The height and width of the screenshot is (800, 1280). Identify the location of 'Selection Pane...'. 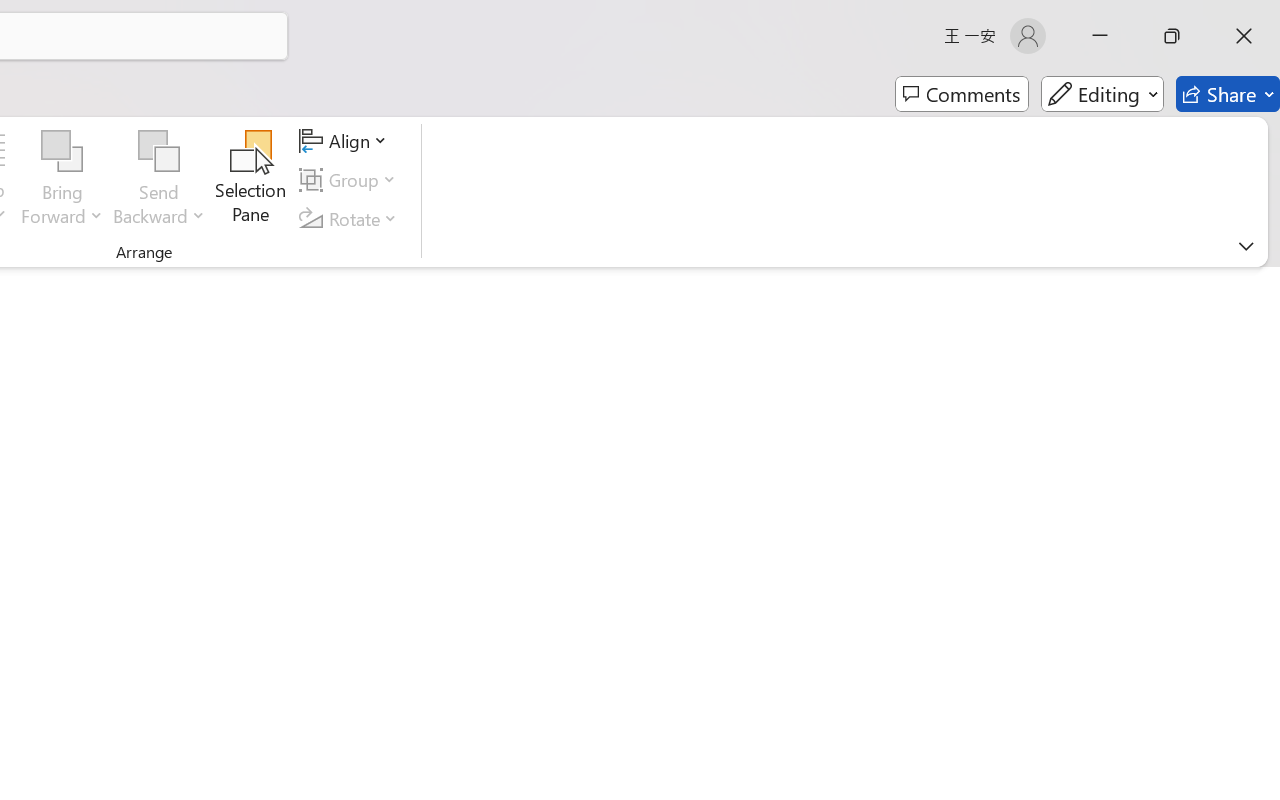
(250, 179).